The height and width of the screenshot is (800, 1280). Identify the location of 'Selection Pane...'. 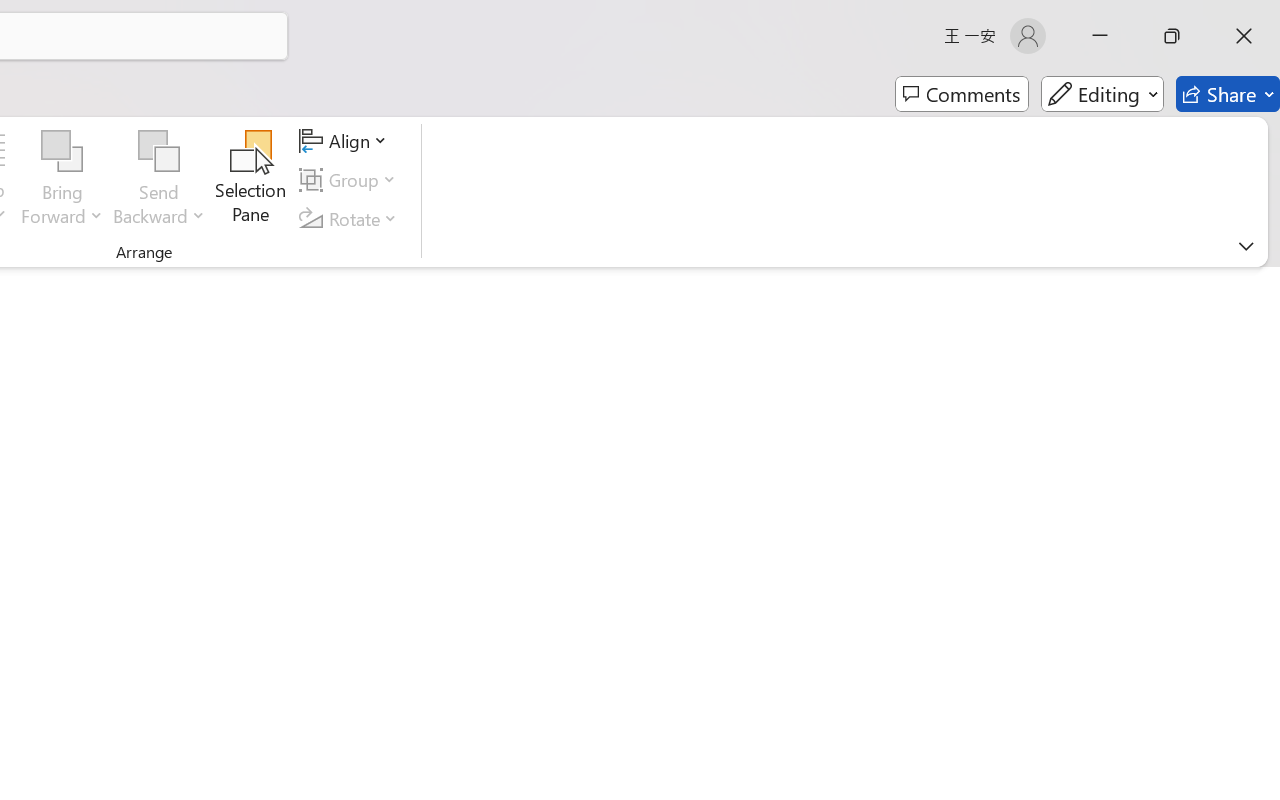
(250, 179).